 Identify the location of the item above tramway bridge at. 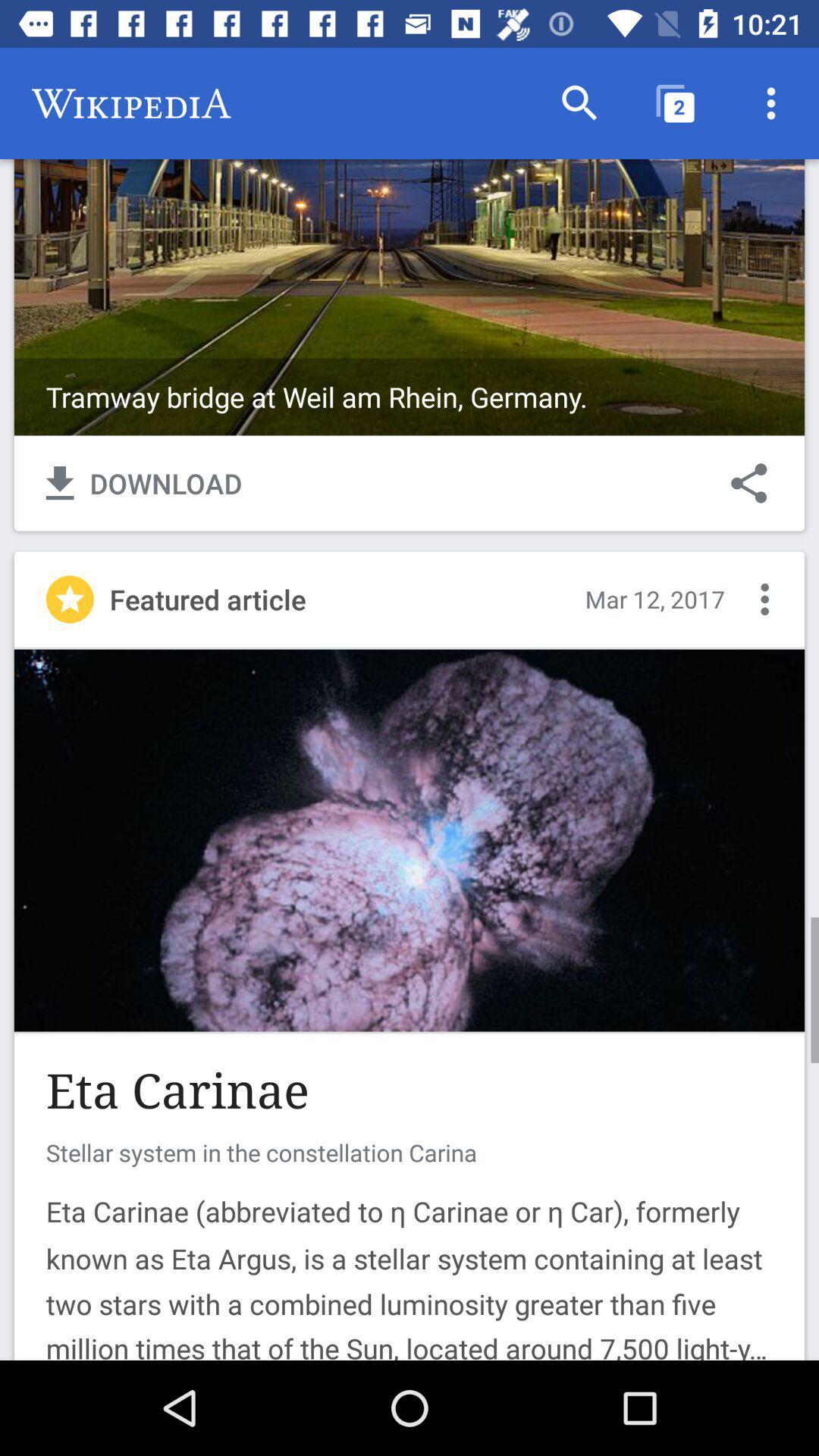
(771, 102).